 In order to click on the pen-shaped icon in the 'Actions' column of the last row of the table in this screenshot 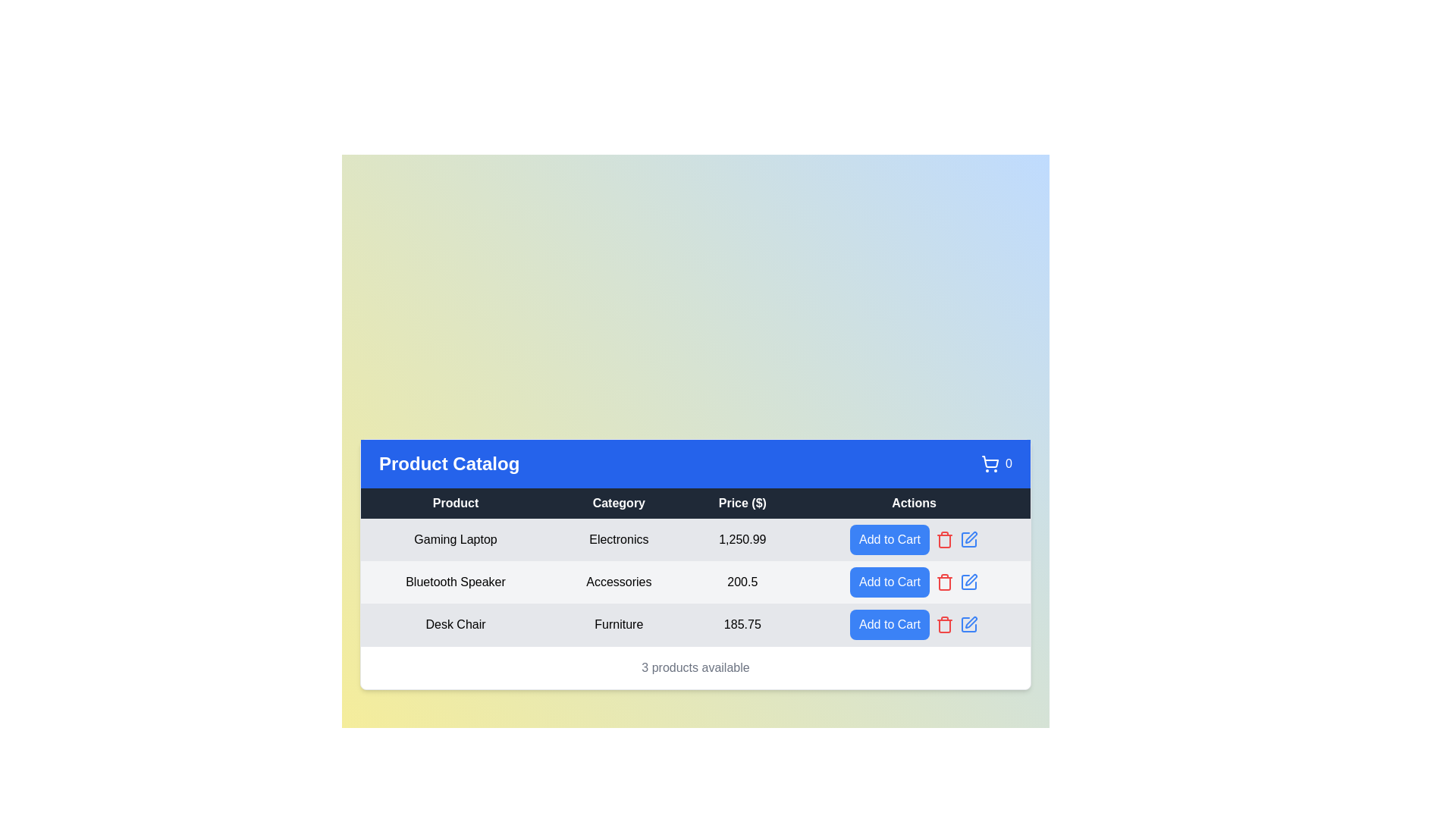, I will do `click(971, 536)`.